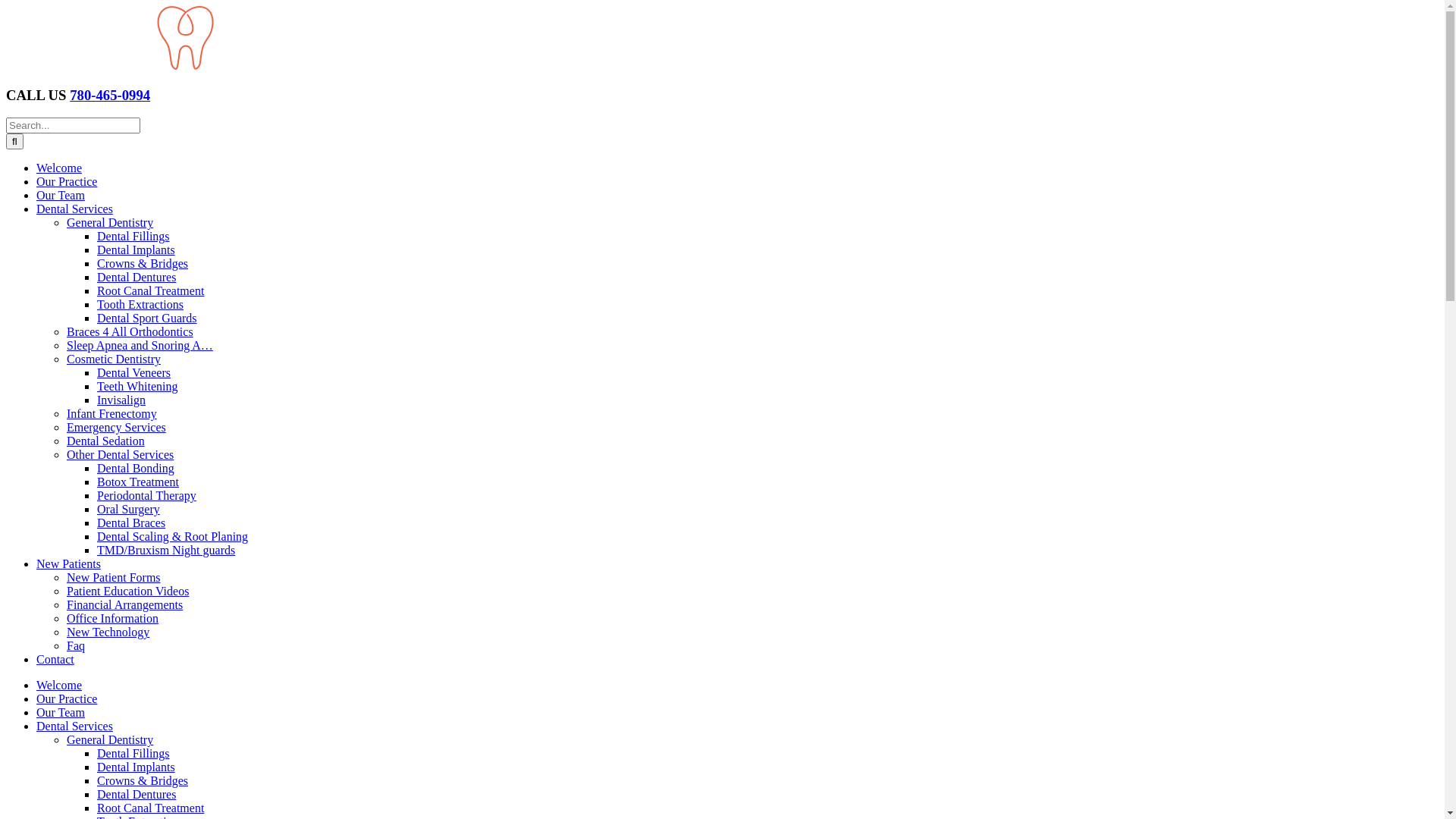 The image size is (1456, 819). What do you see at coordinates (111, 618) in the screenshot?
I see `'Office Information'` at bounding box center [111, 618].